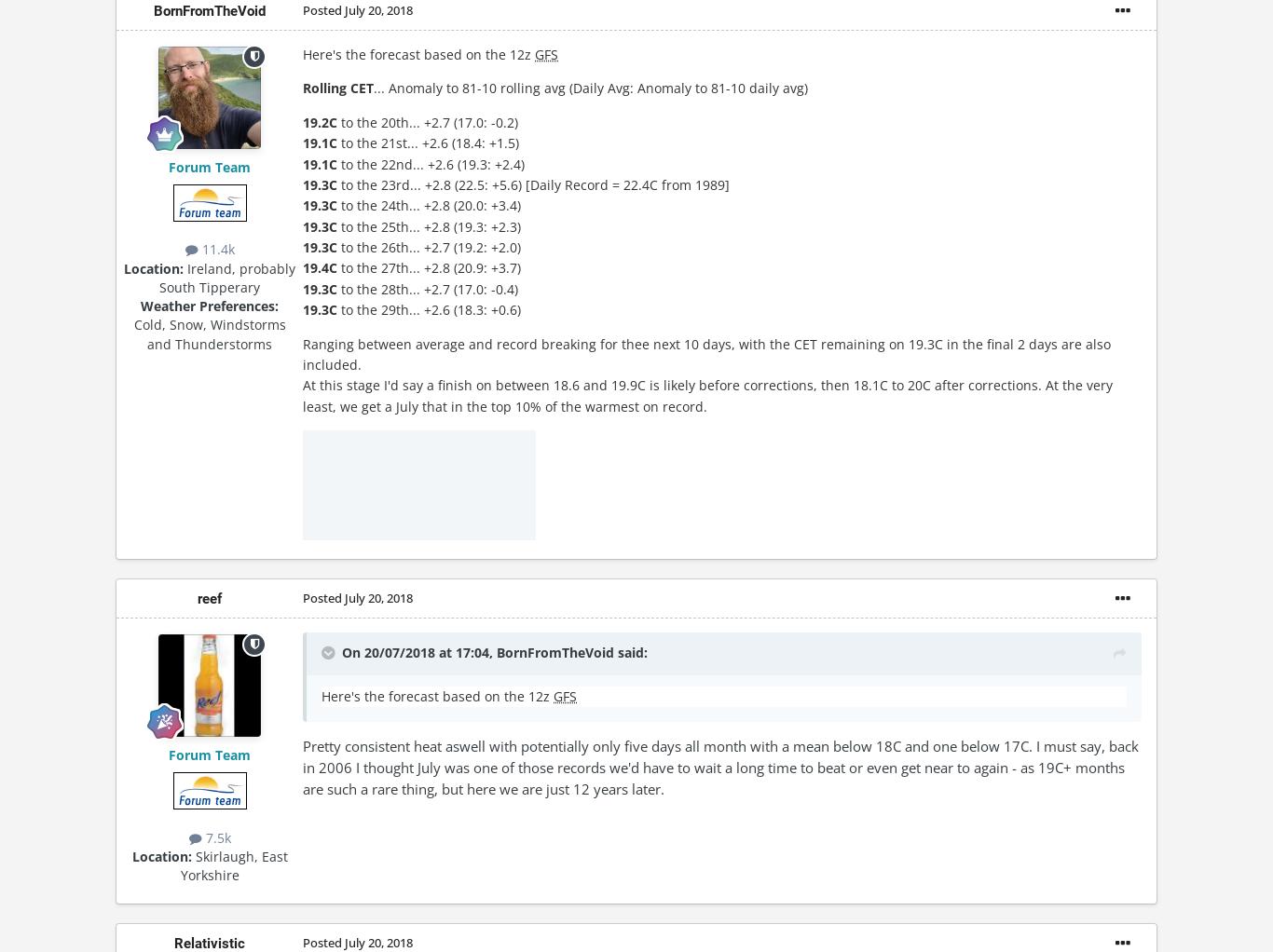 The width and height of the screenshot is (1273, 952). What do you see at coordinates (208, 305) in the screenshot?
I see `'Weather Preferences:'` at bounding box center [208, 305].